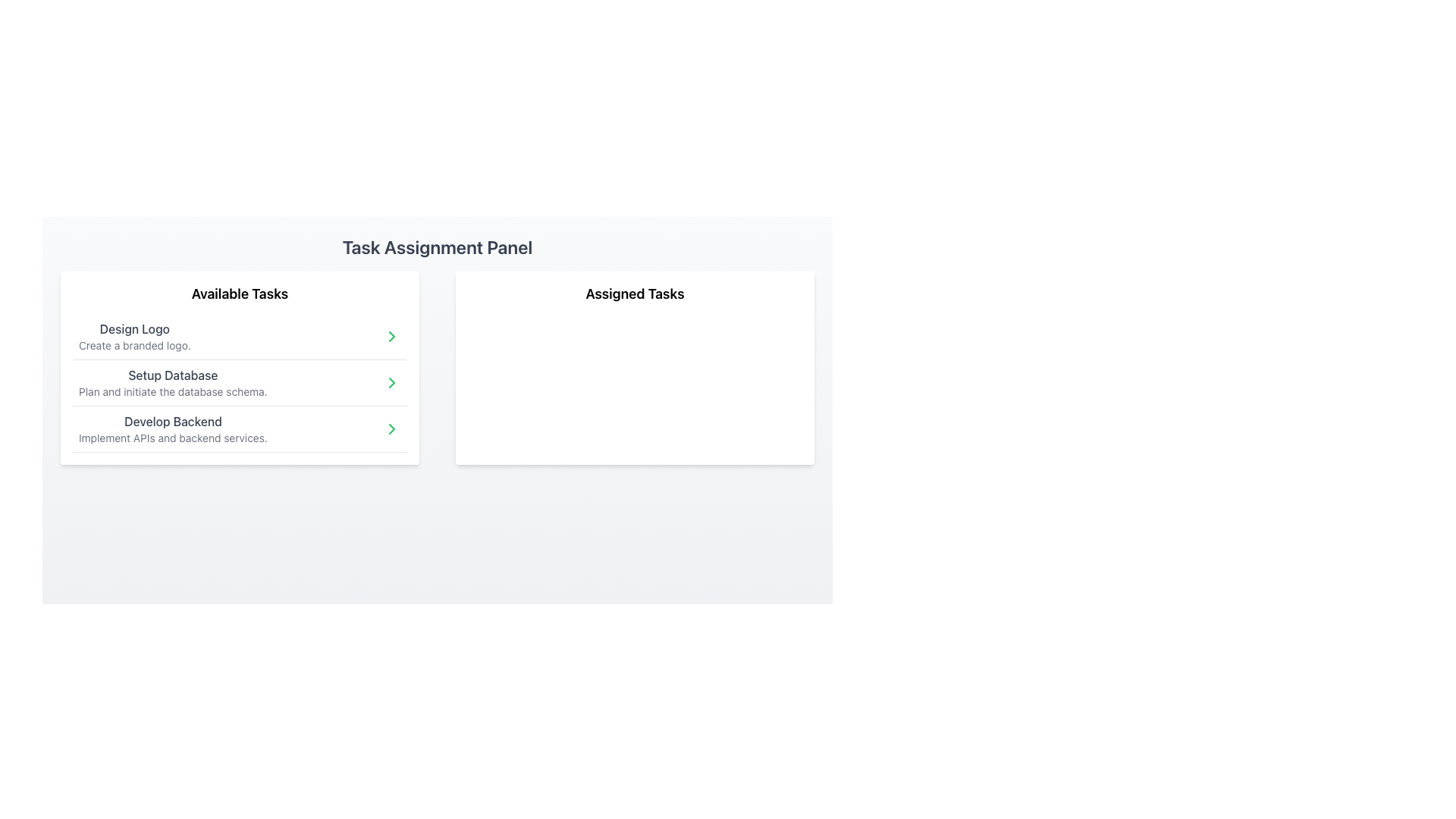 This screenshot has width=1456, height=819. Describe the element at coordinates (392, 429) in the screenshot. I see `the navigation button located at the rightmost side of the 'Develop Backend' task row` at that location.